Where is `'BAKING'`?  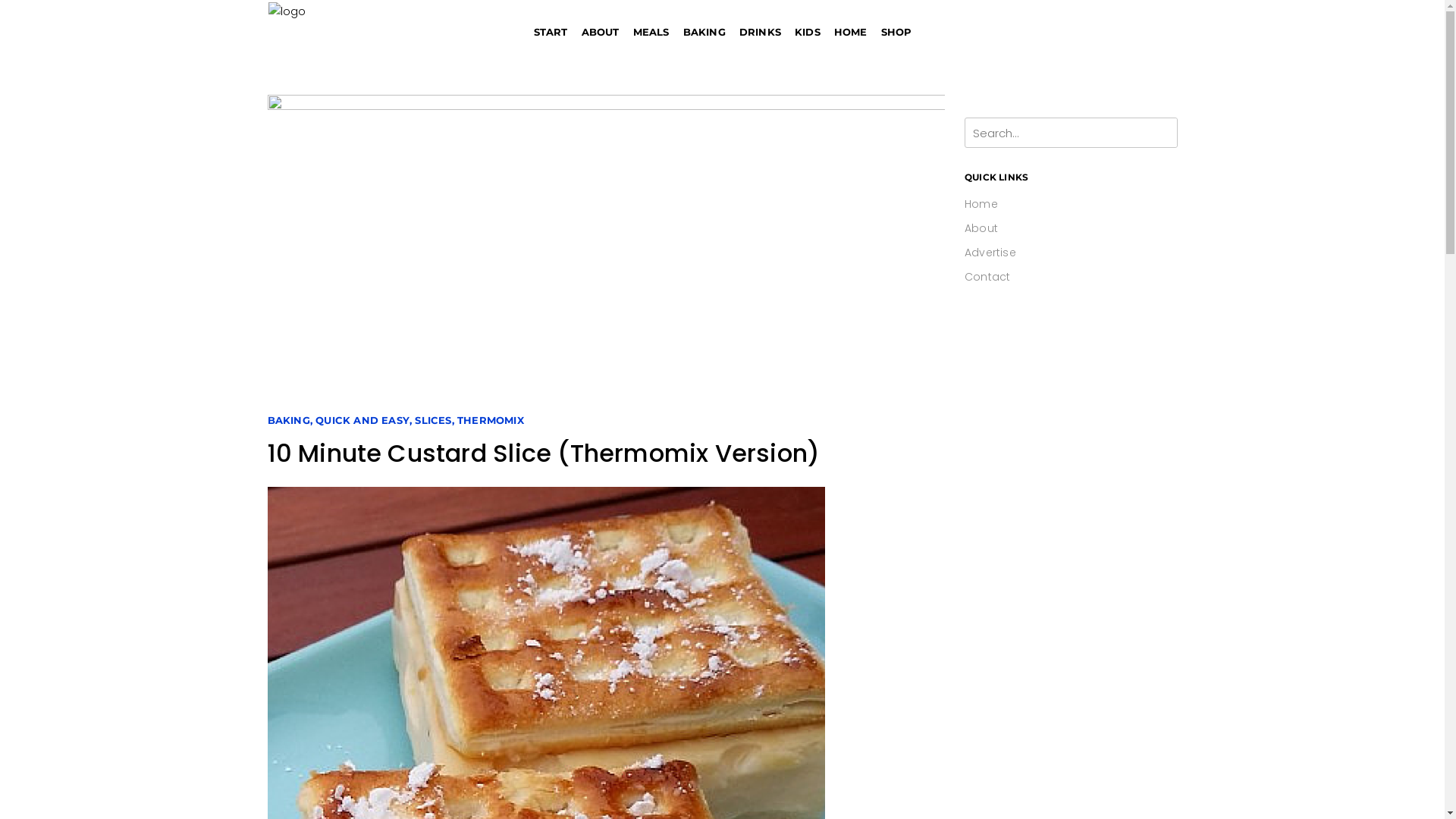
'BAKING' is located at coordinates (287, 420).